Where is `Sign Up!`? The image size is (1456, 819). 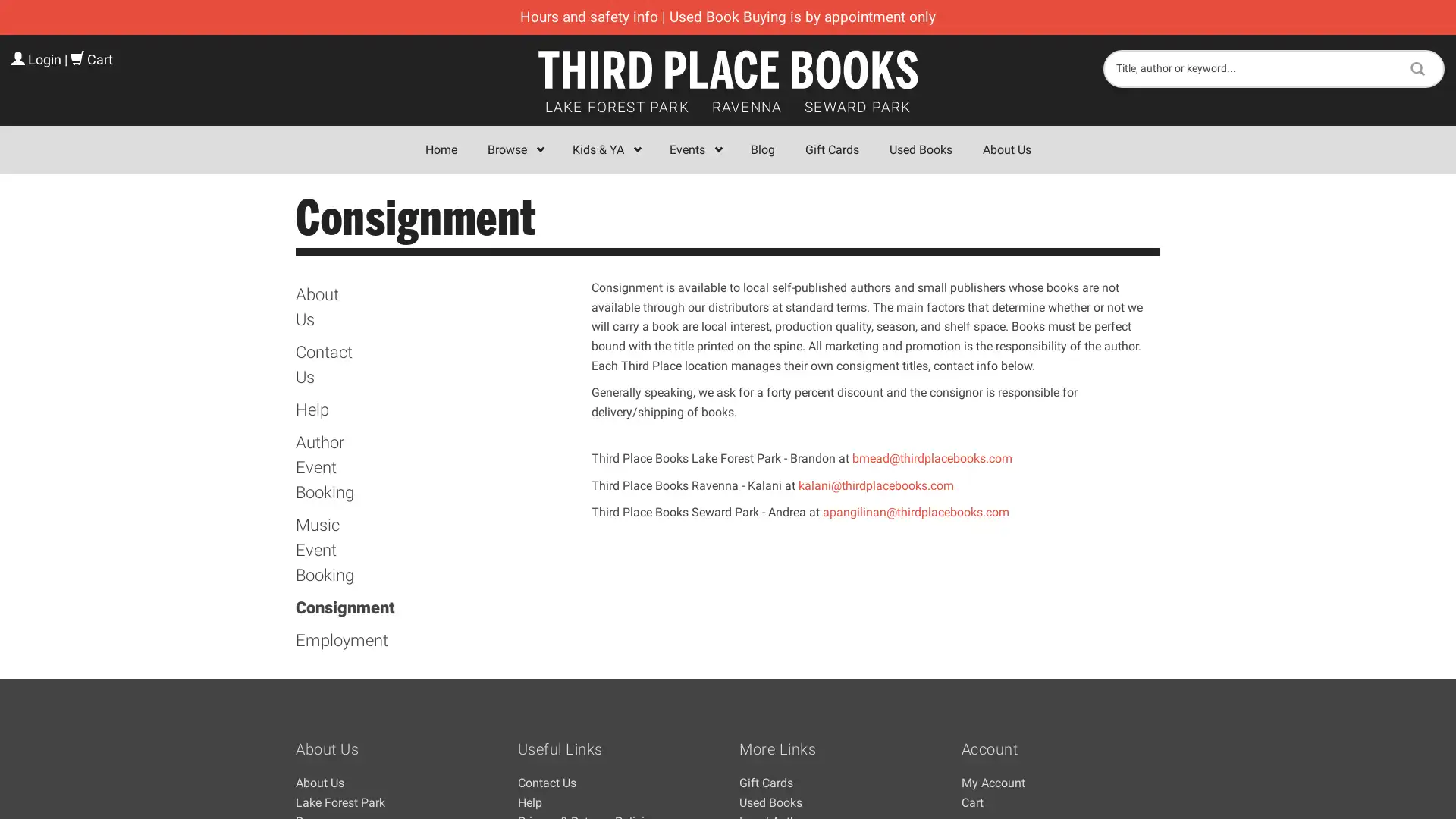
Sign Up! is located at coordinates (728, 564).